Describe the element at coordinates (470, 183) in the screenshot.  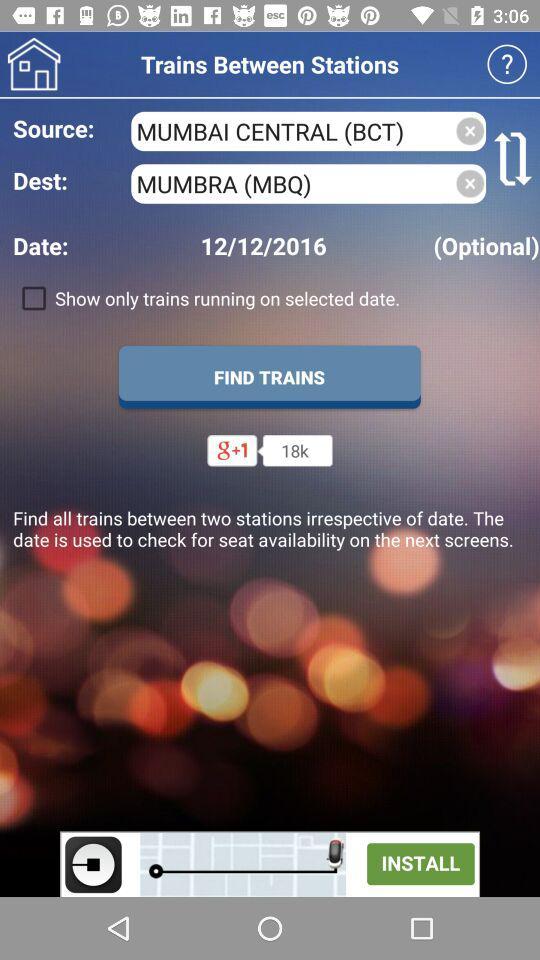
I see `clear destination` at that location.